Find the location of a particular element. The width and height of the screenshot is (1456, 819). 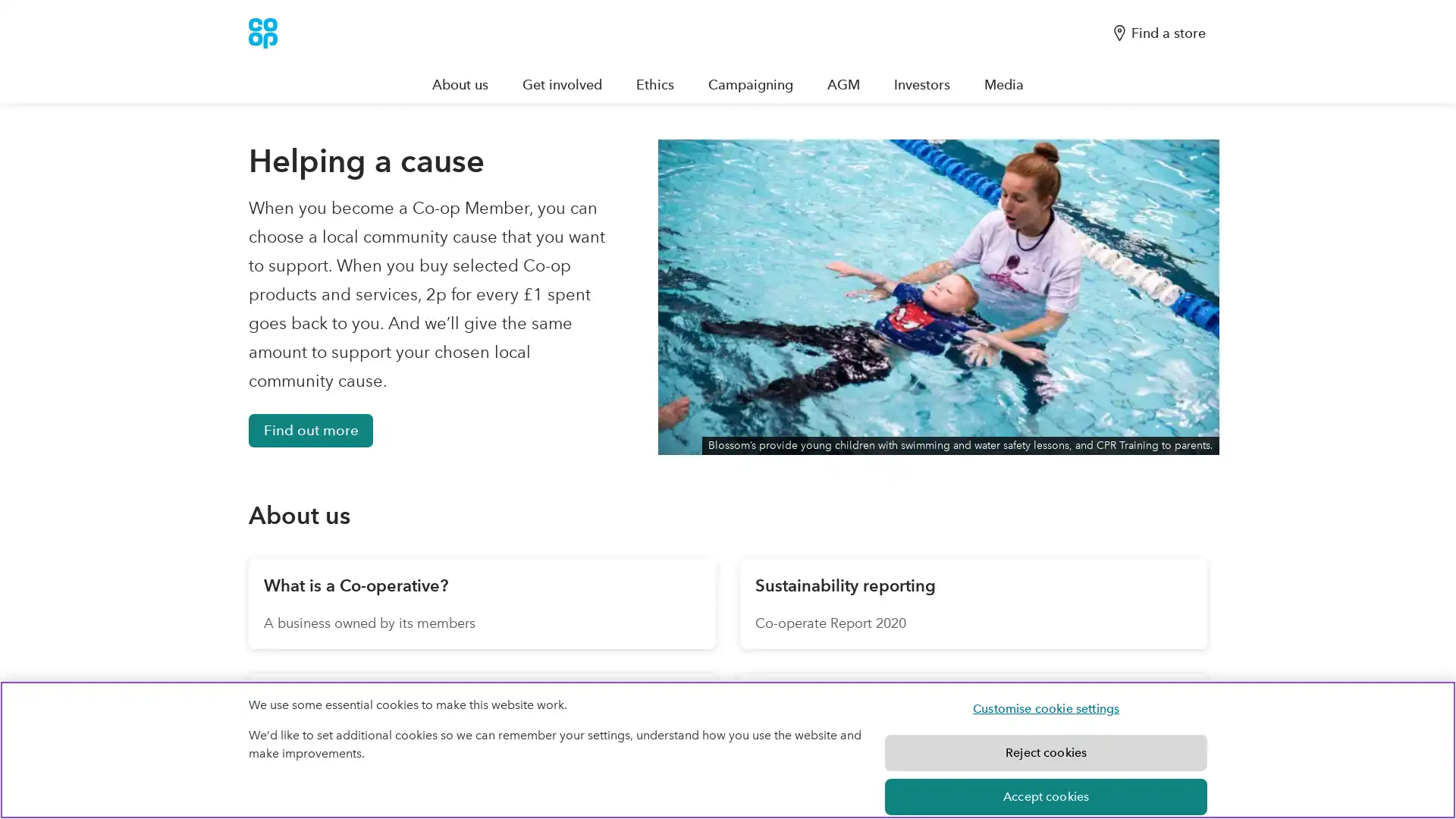

Accept cookies is located at coordinates (1044, 795).